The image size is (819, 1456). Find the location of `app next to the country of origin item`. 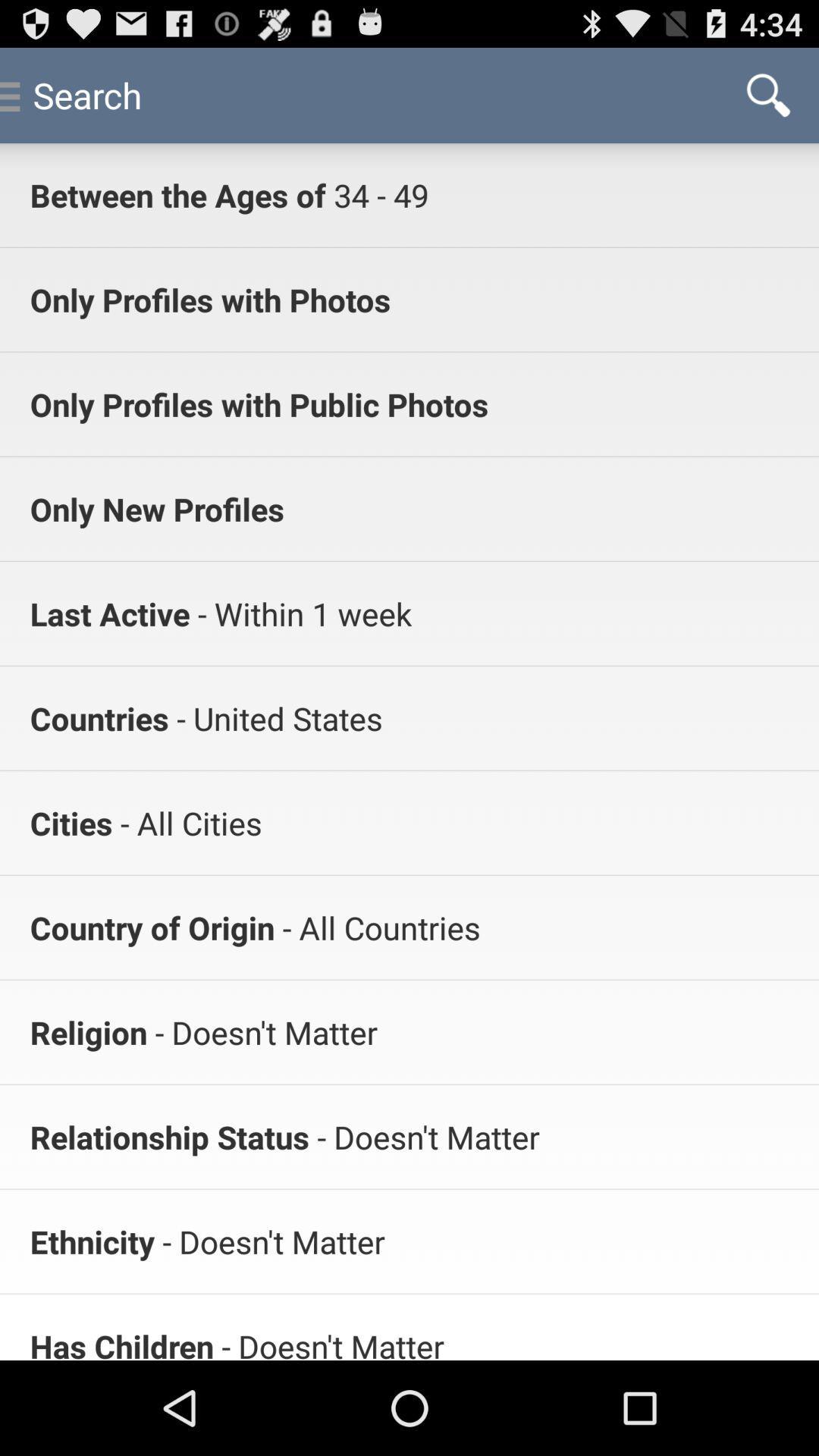

app next to the country of origin item is located at coordinates (376, 927).